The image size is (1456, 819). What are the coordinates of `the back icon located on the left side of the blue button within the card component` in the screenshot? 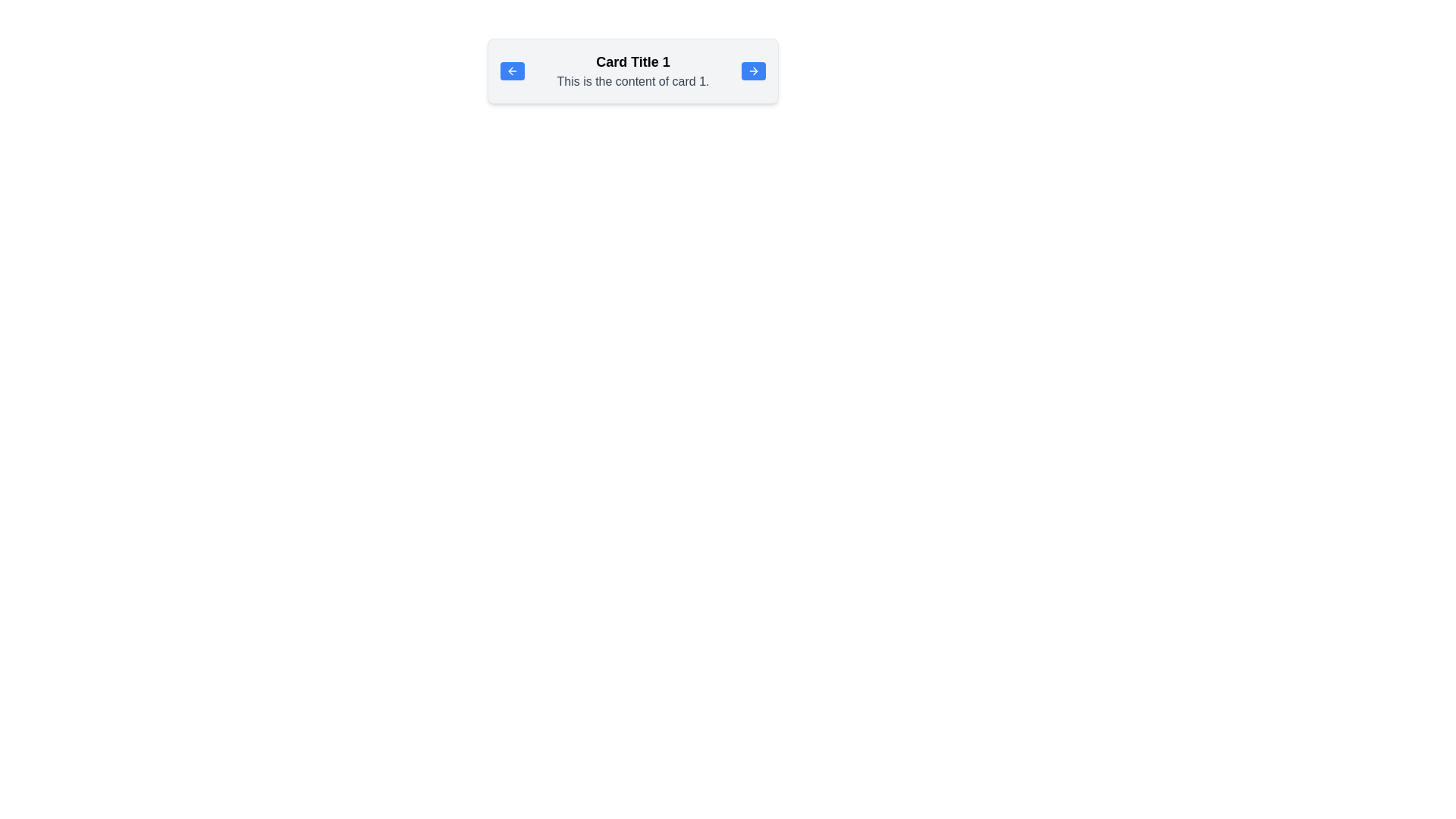 It's located at (513, 71).